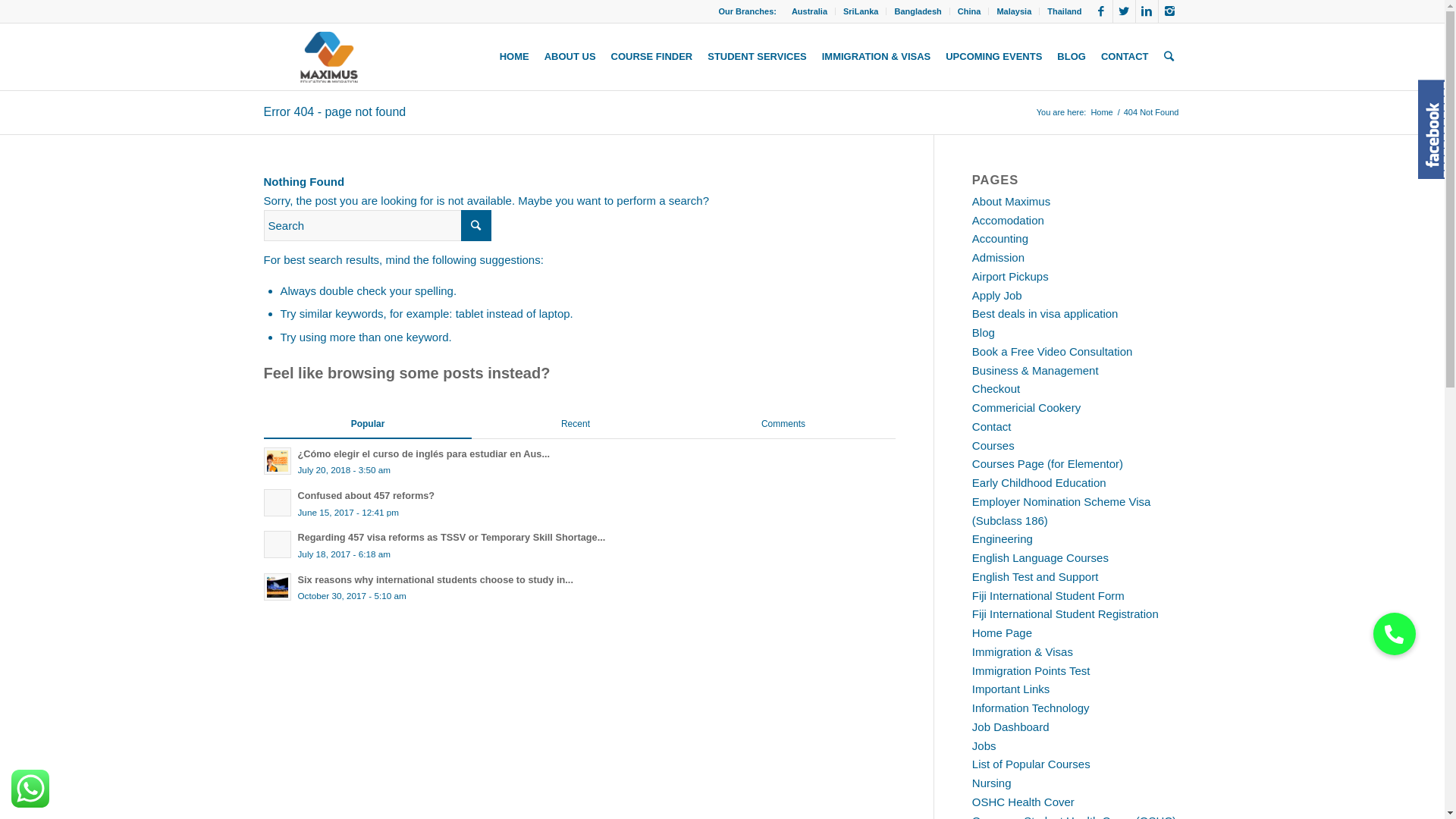  Describe the element at coordinates (971, 511) in the screenshot. I see `'Employer Nomination Scheme Visa (Subclass 186)'` at that location.